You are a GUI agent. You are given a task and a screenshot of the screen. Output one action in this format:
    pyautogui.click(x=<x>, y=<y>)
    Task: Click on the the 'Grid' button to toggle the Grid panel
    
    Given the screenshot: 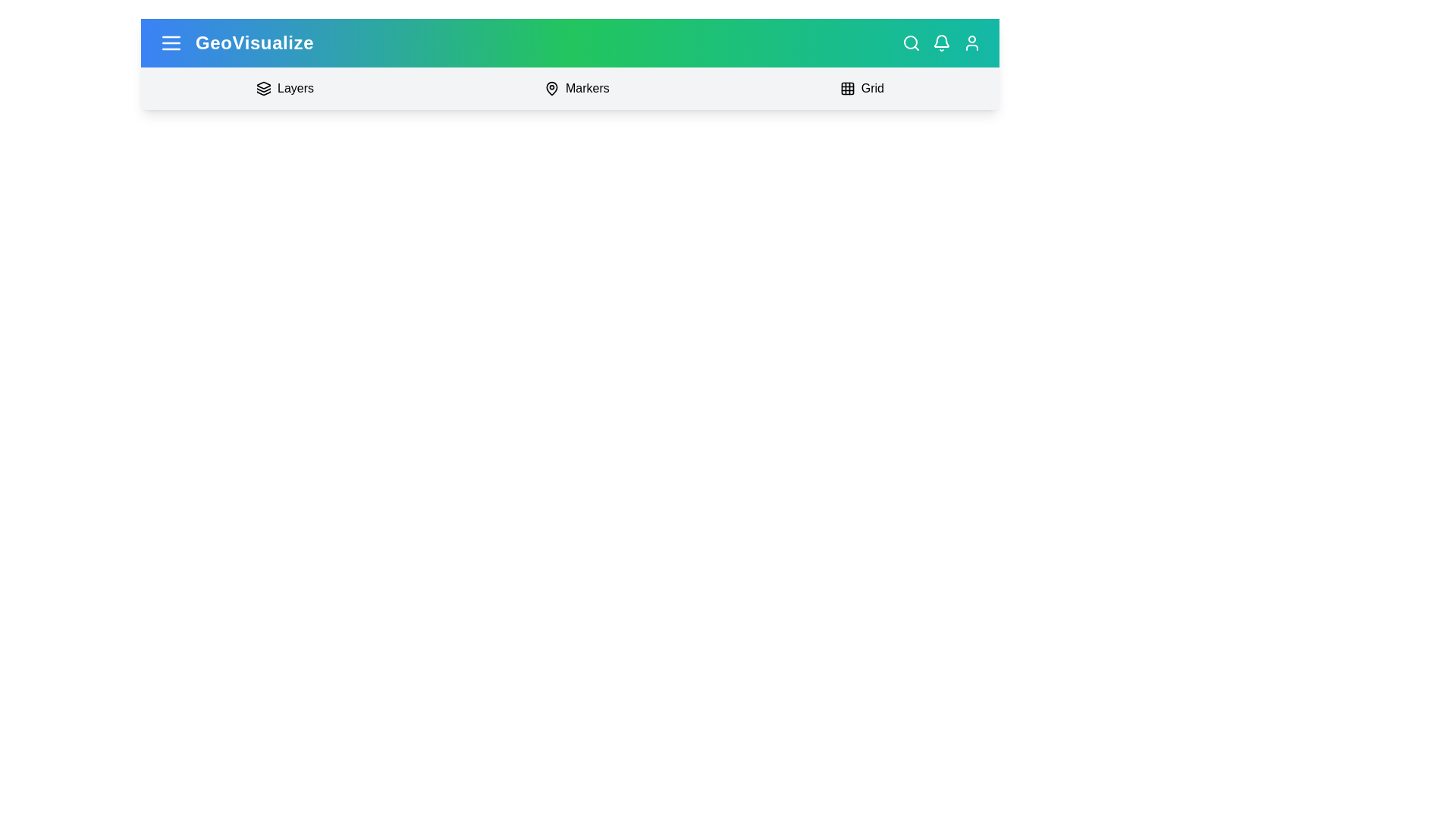 What is the action you would take?
    pyautogui.click(x=861, y=88)
    